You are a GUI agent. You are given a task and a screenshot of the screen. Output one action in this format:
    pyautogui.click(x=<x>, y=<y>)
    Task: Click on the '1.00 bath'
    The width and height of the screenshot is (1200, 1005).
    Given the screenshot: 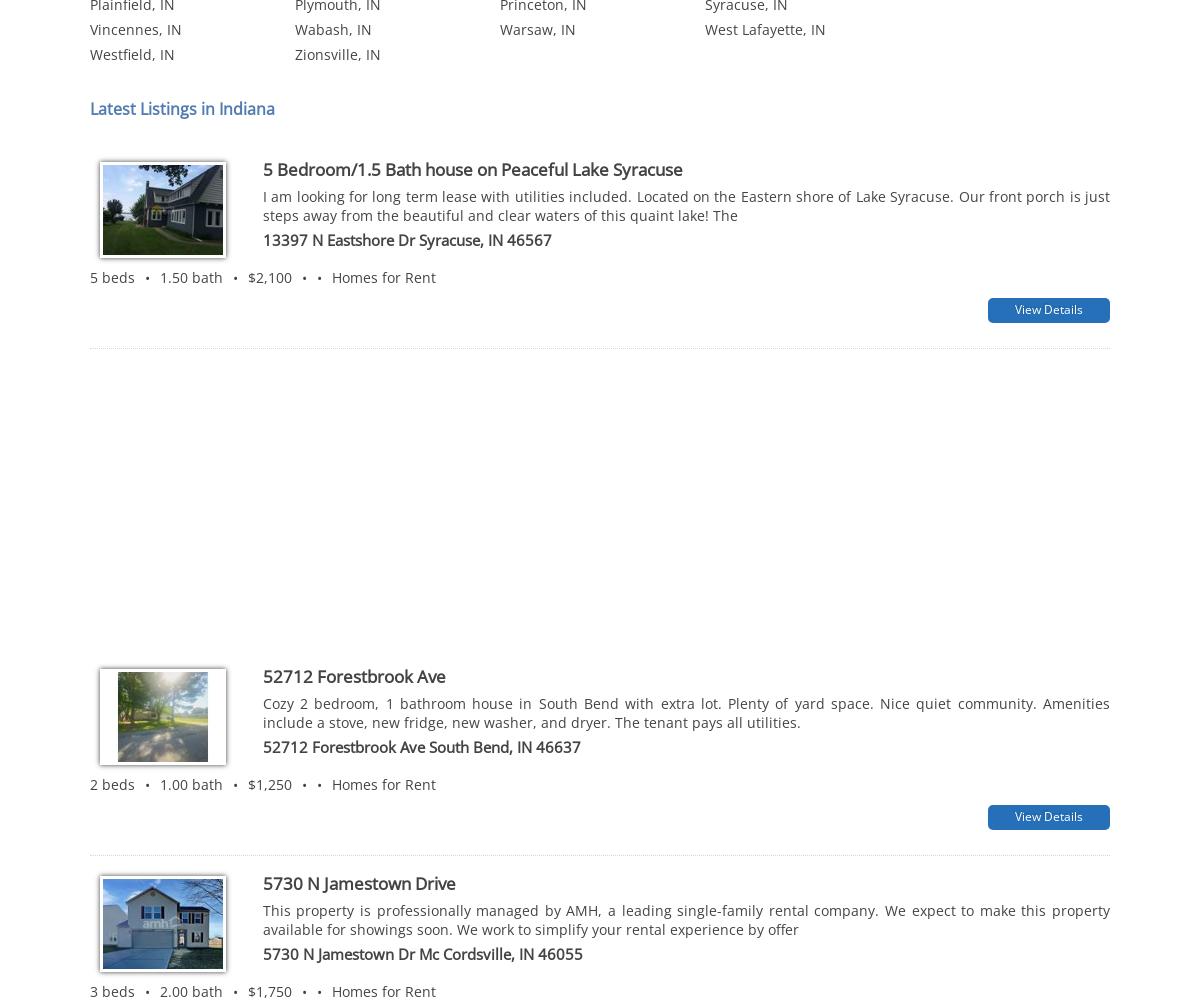 What is the action you would take?
    pyautogui.click(x=158, y=502)
    